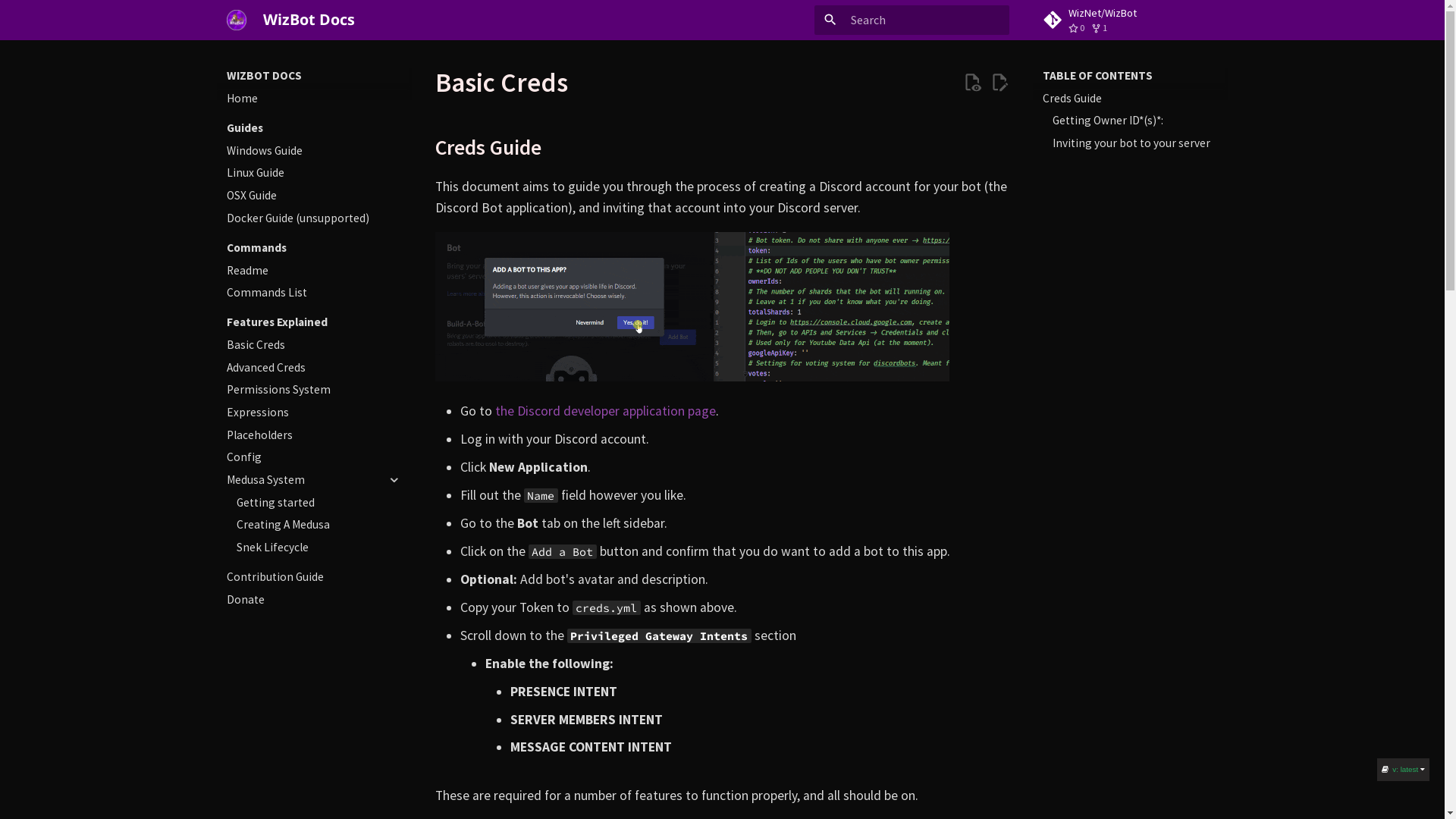  What do you see at coordinates (236, 20) in the screenshot?
I see `'WizBot Docs'` at bounding box center [236, 20].